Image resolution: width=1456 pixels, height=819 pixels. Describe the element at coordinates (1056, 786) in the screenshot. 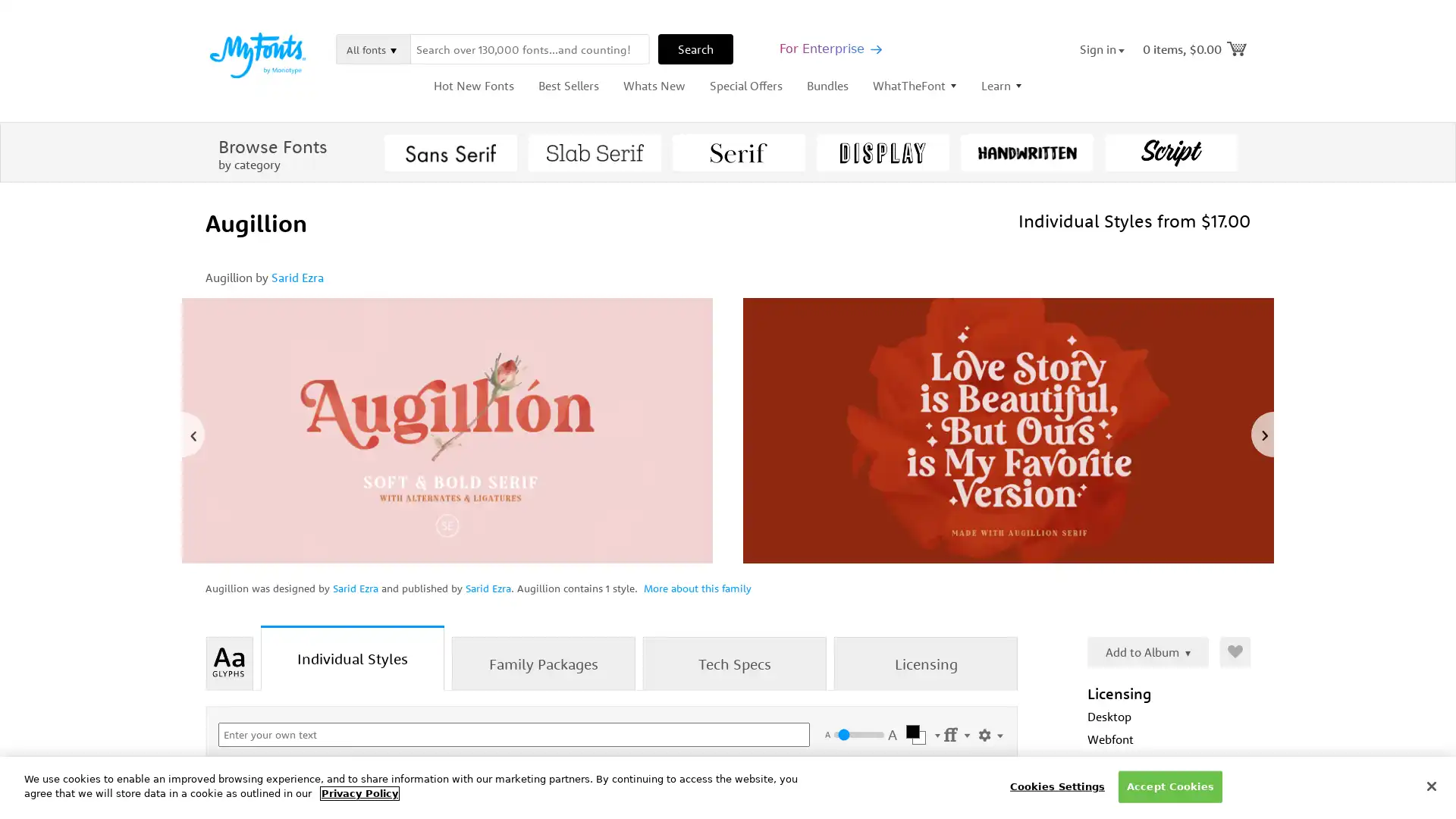

I see `Cookies Settings` at that location.